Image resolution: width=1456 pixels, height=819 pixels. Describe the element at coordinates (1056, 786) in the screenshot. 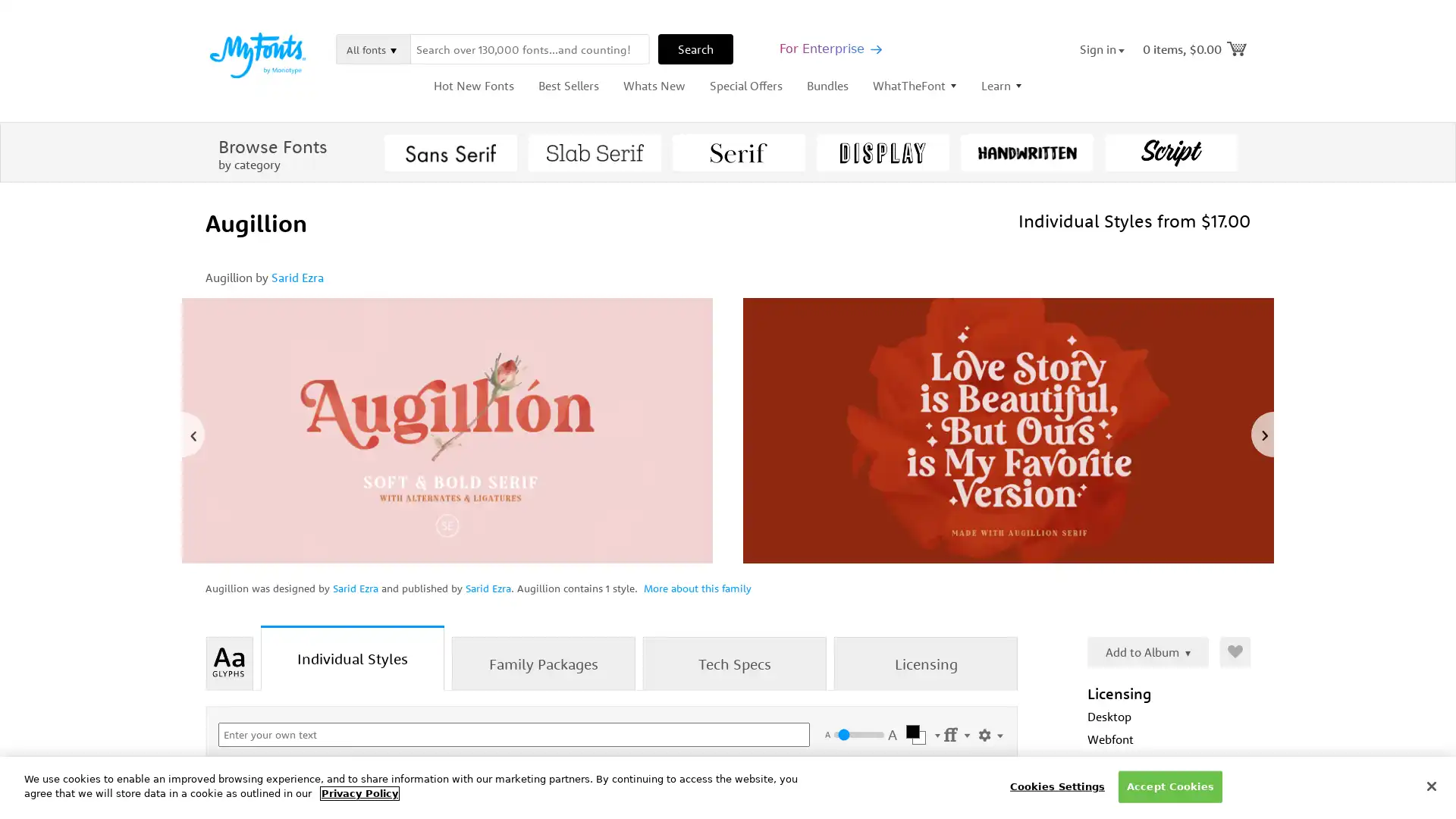

I see `Cookies Settings` at that location.